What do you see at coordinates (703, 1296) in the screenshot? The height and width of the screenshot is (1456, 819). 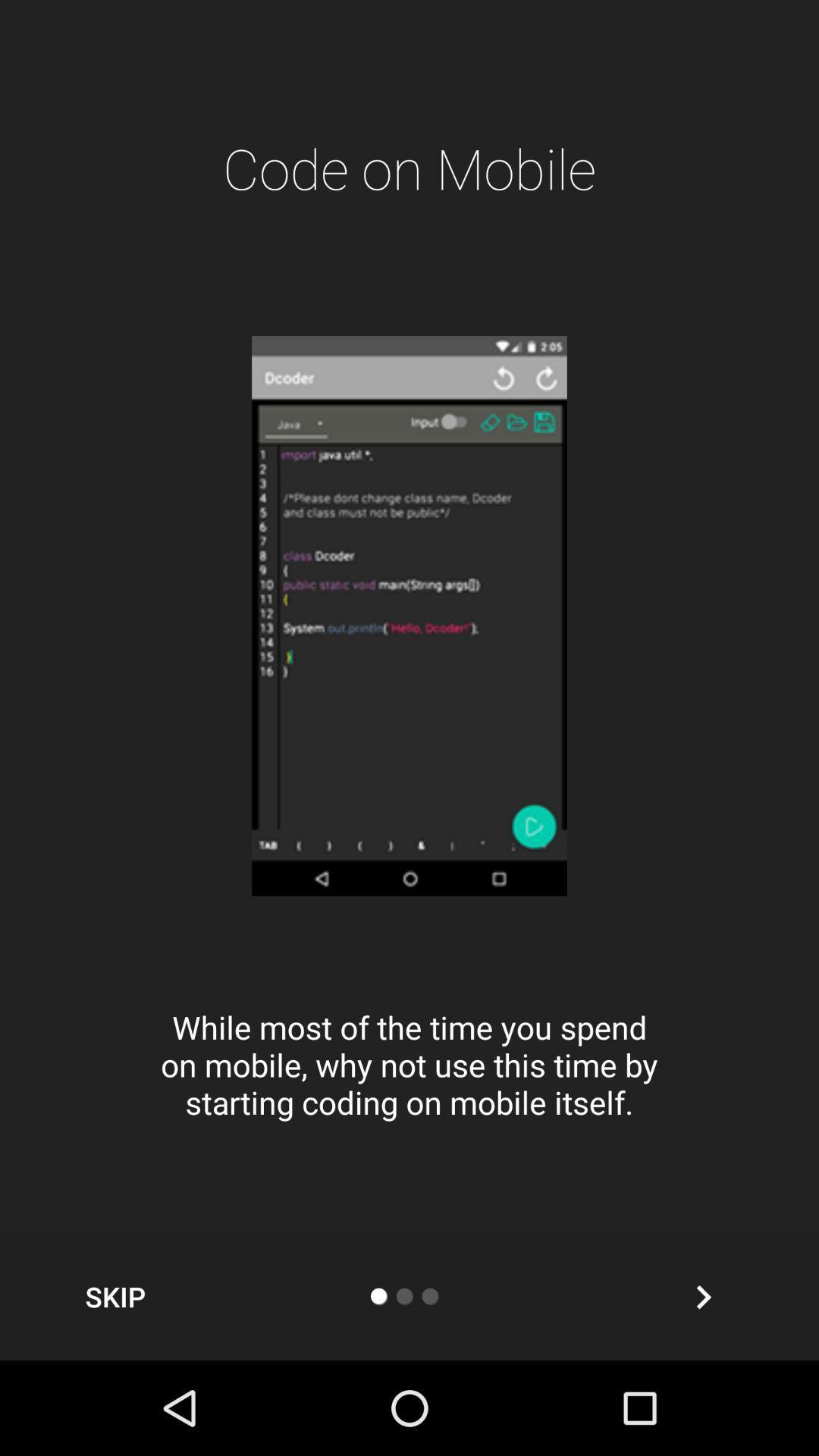 I see `icon at the bottom right corner` at bounding box center [703, 1296].